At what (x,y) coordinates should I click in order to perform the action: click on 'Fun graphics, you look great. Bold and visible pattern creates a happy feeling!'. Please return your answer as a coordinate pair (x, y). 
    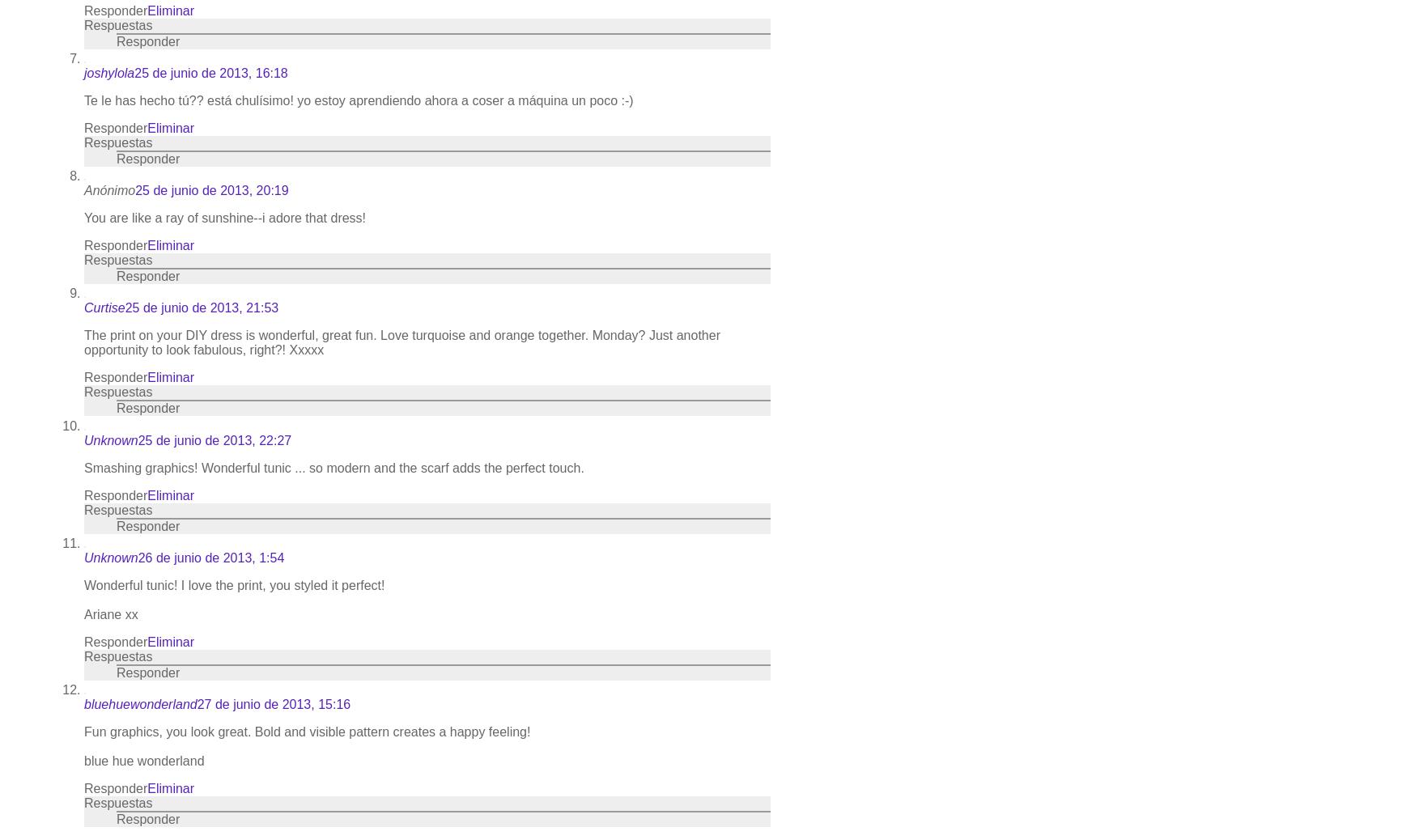
    Looking at the image, I should click on (306, 731).